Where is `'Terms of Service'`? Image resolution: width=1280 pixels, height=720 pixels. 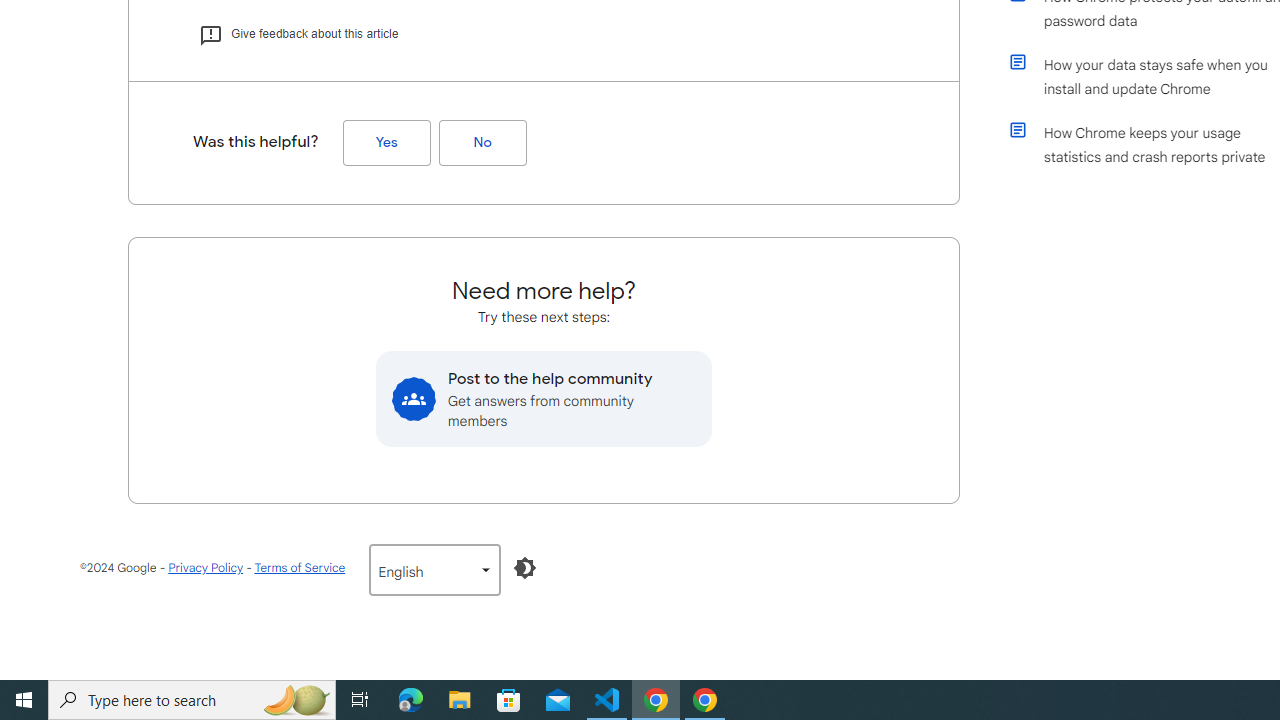
'Terms of Service' is located at coordinates (298, 567).